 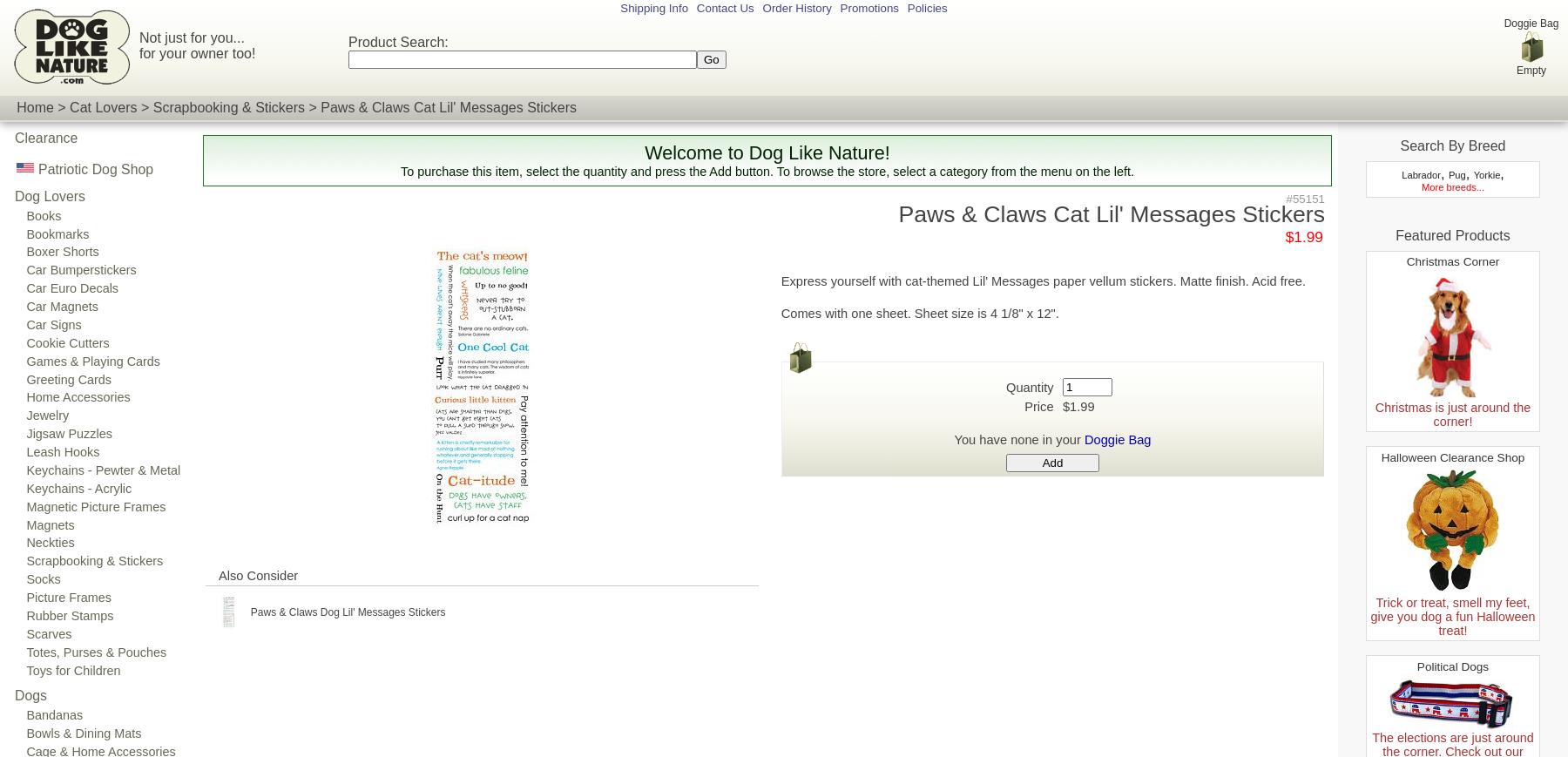 I want to click on '#55151', so click(x=1305, y=197).